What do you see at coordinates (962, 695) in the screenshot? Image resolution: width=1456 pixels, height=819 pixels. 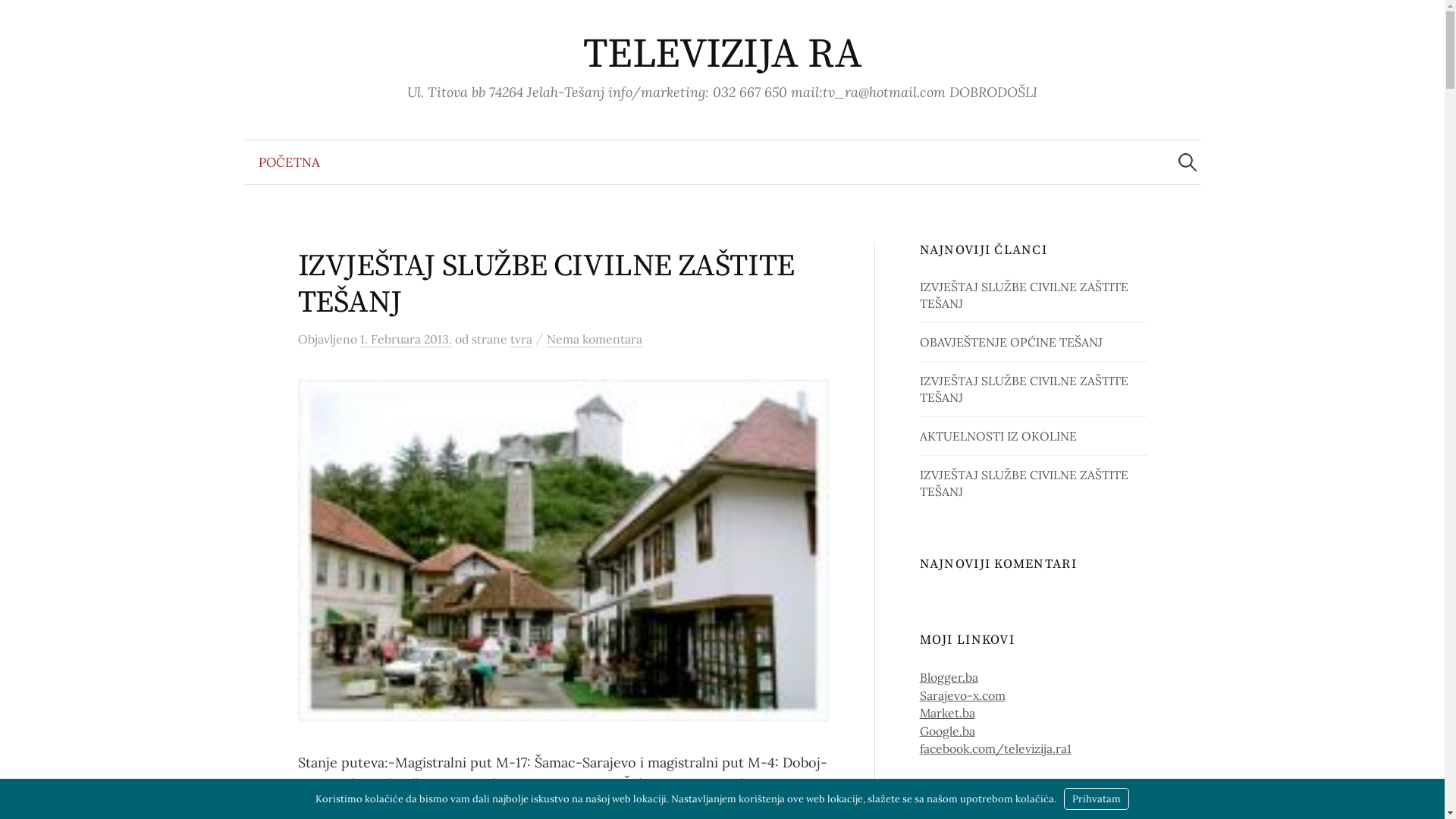 I see `'Sarajevo-x.com'` at bounding box center [962, 695].